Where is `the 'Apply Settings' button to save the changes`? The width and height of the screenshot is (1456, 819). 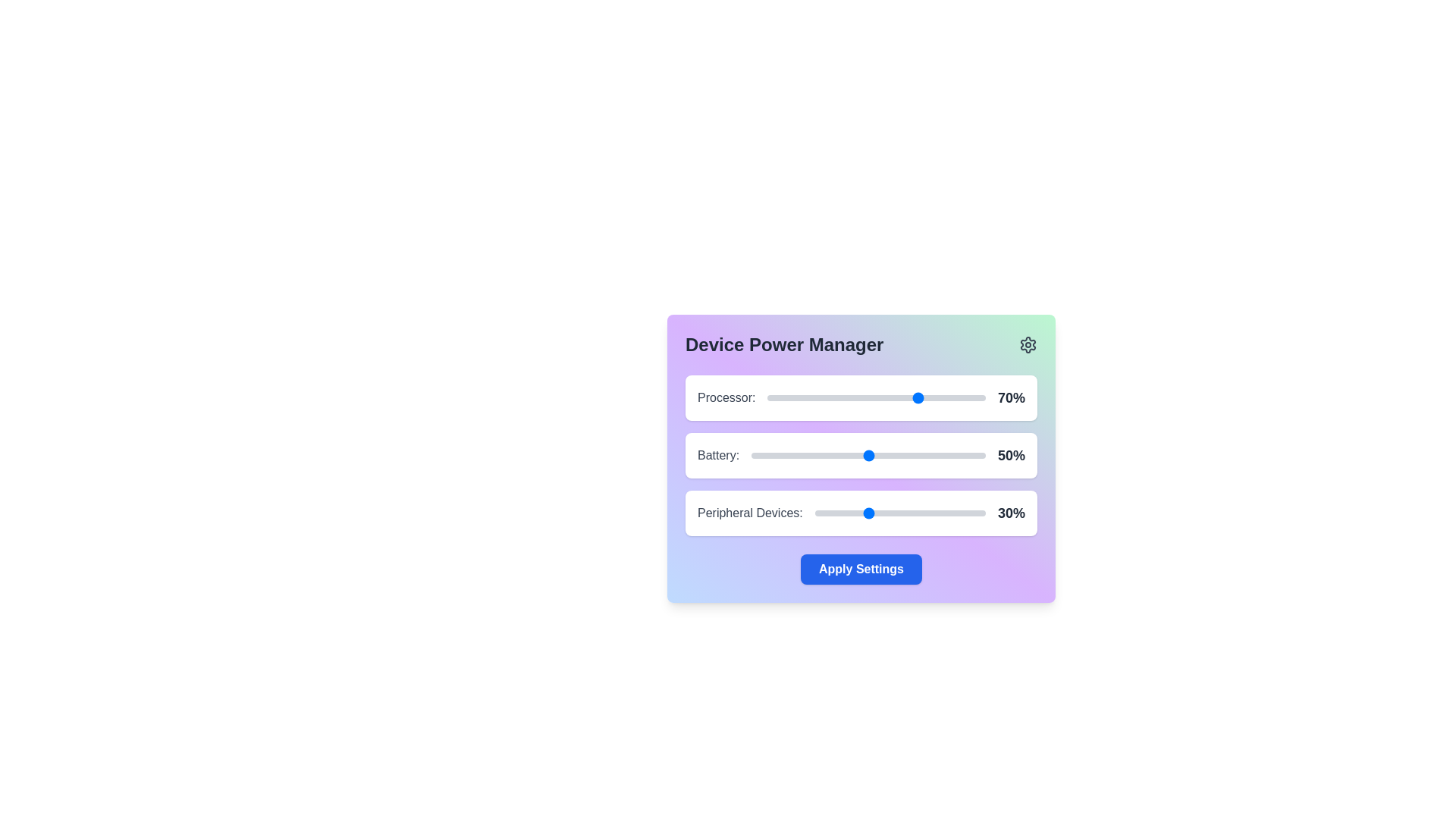
the 'Apply Settings' button to save the changes is located at coordinates (861, 570).